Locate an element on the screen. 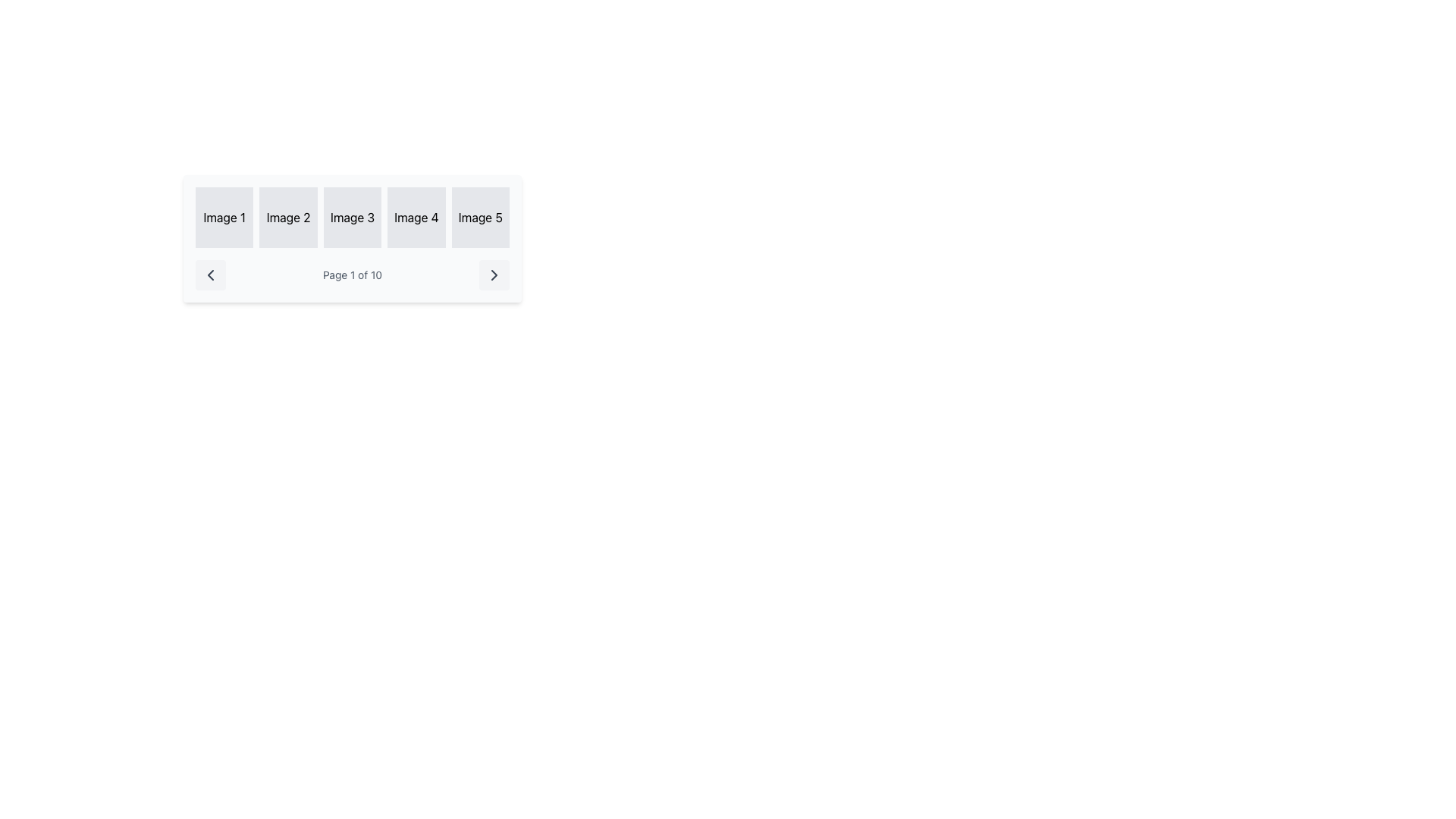 This screenshot has height=819, width=1456. the rightward arrow icon, which is a minimalistic line-based design with a black stroke, located on the far right side of the pagination control interface is located at coordinates (494, 275).